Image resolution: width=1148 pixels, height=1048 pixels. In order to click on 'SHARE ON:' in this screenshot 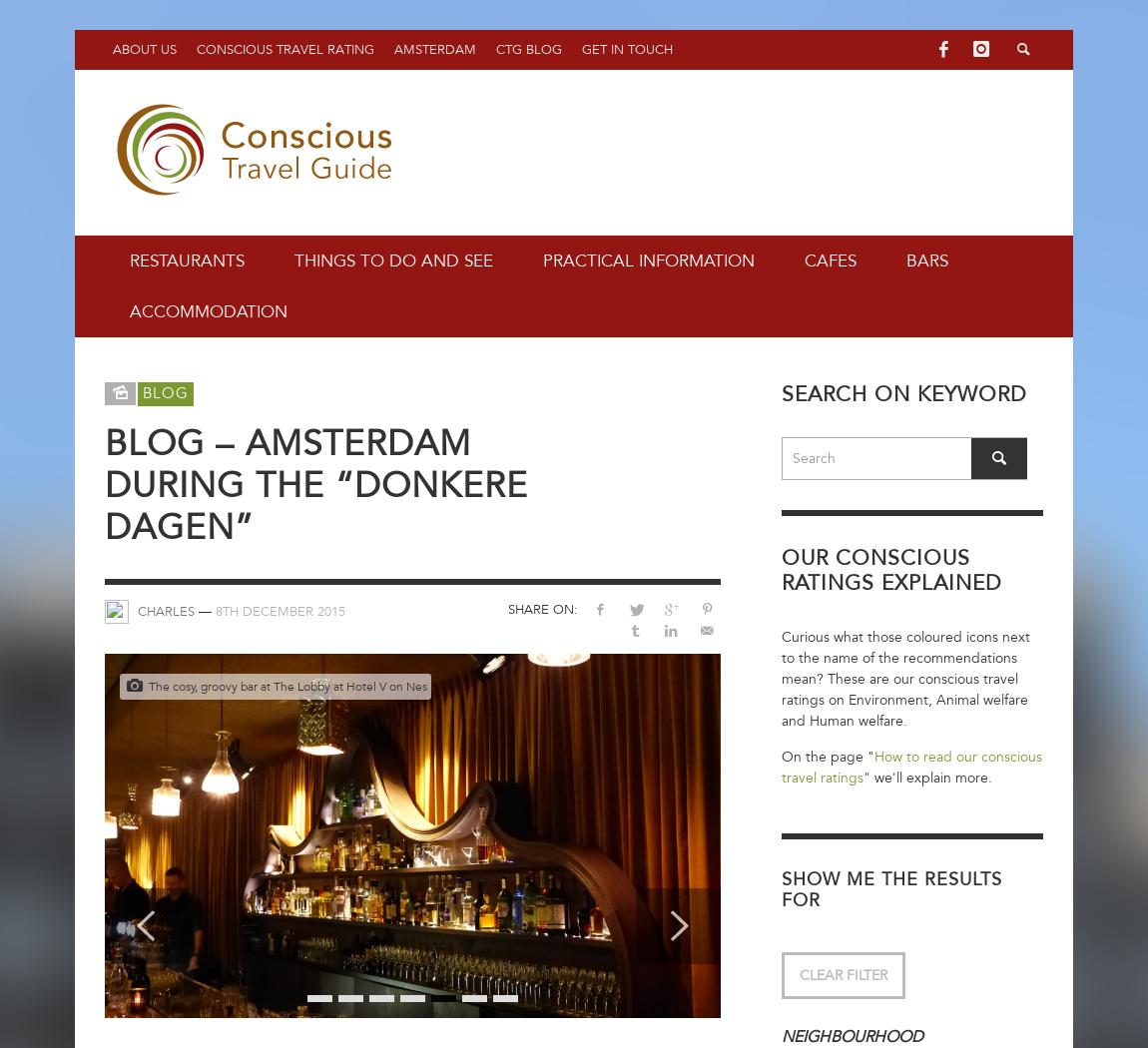, I will do `click(542, 609)`.